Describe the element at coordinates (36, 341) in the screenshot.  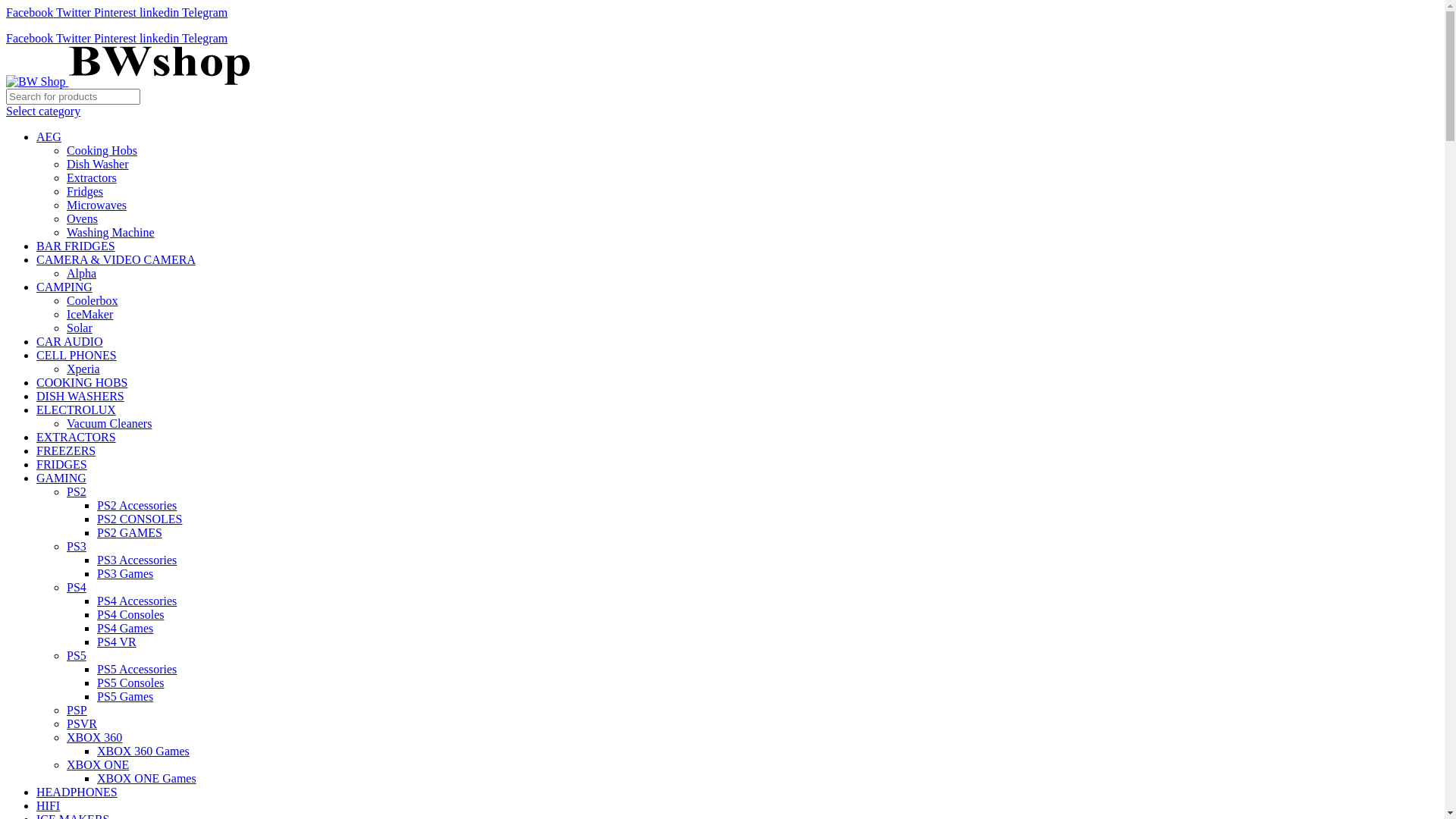
I see `'CAR AUDIO'` at that location.